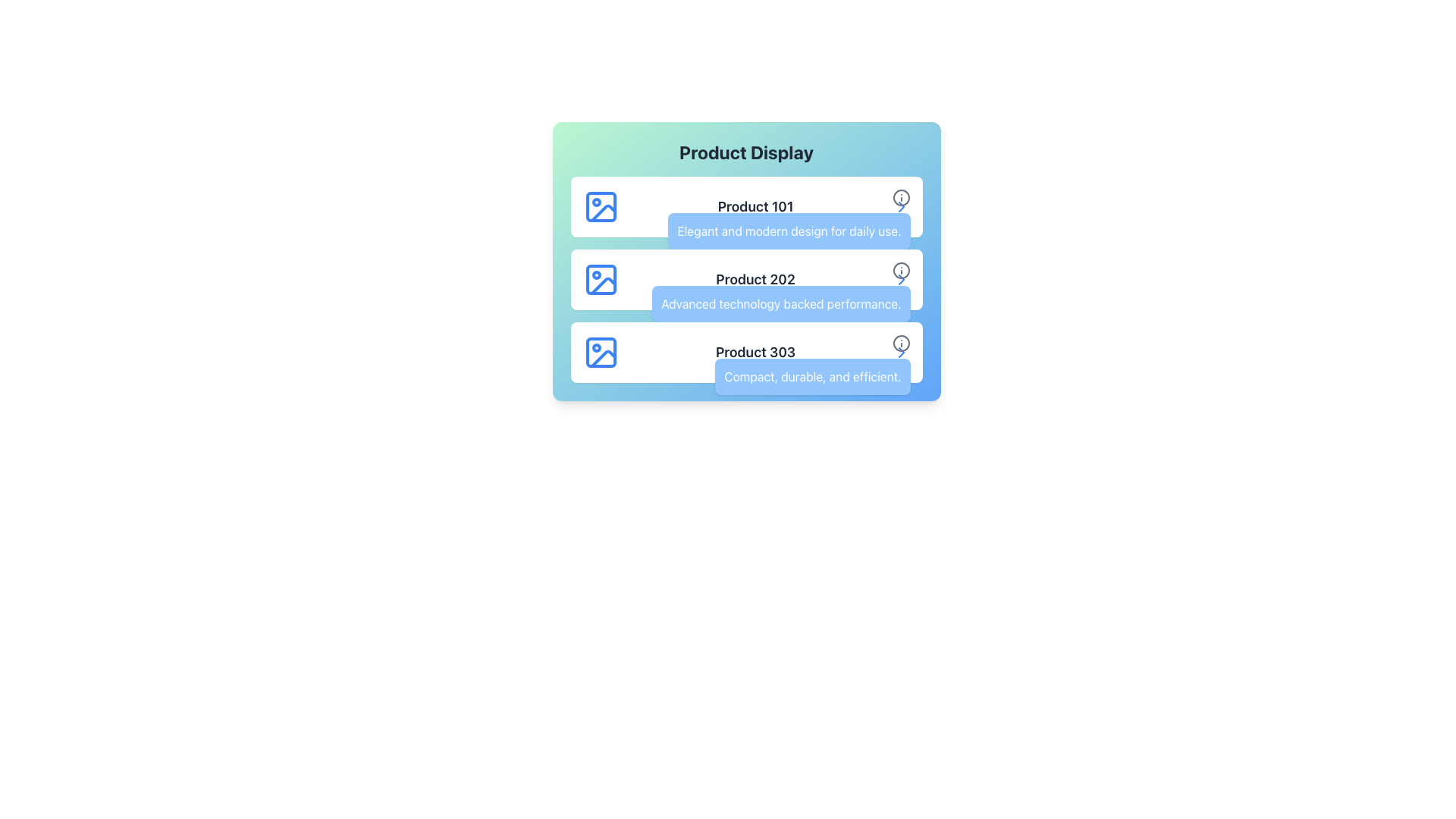  I want to click on the right-facing chevron arrow icon with a blue color located in the right section of the card for 'Product 202', so click(901, 280).